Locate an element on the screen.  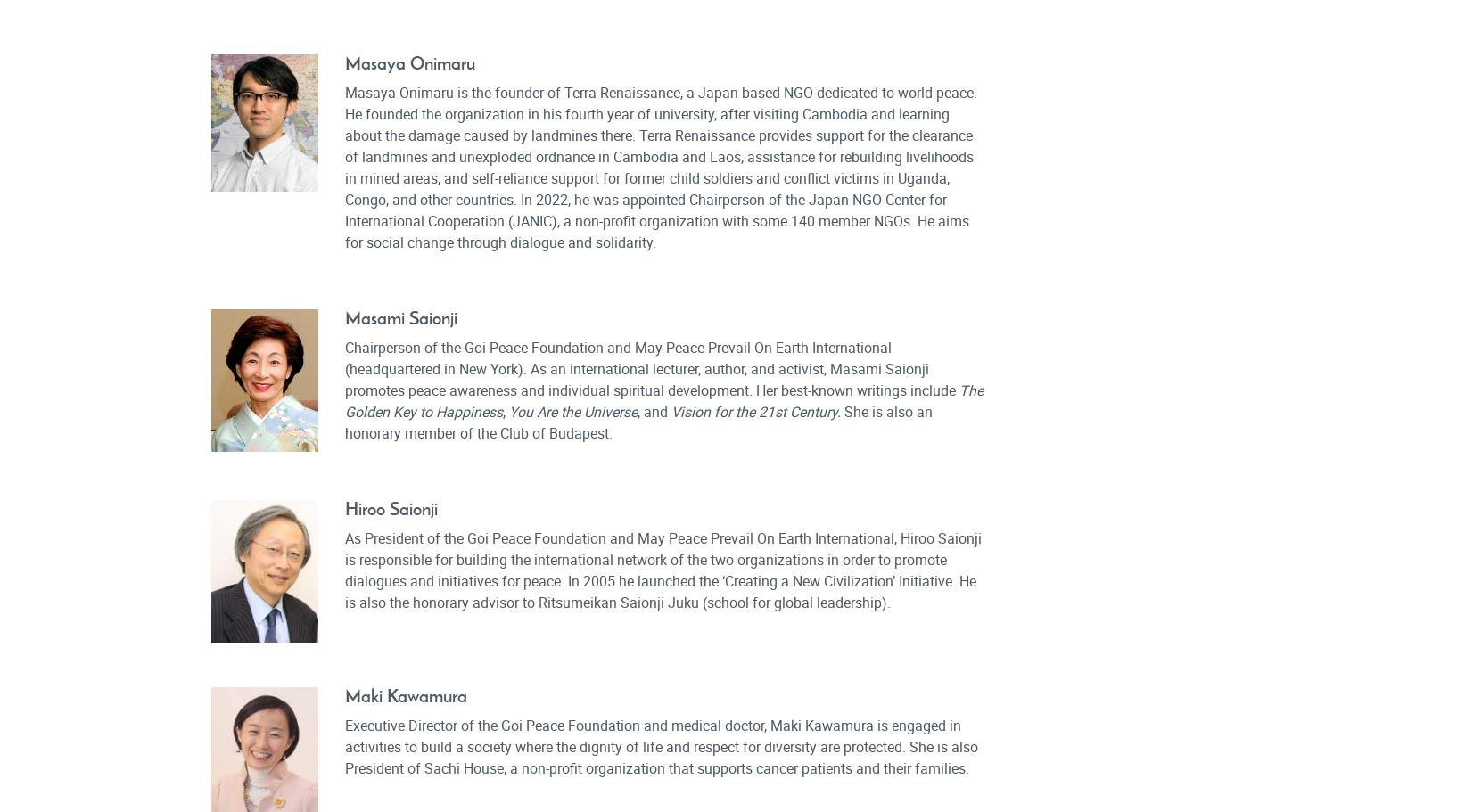
',' is located at coordinates (505, 410).